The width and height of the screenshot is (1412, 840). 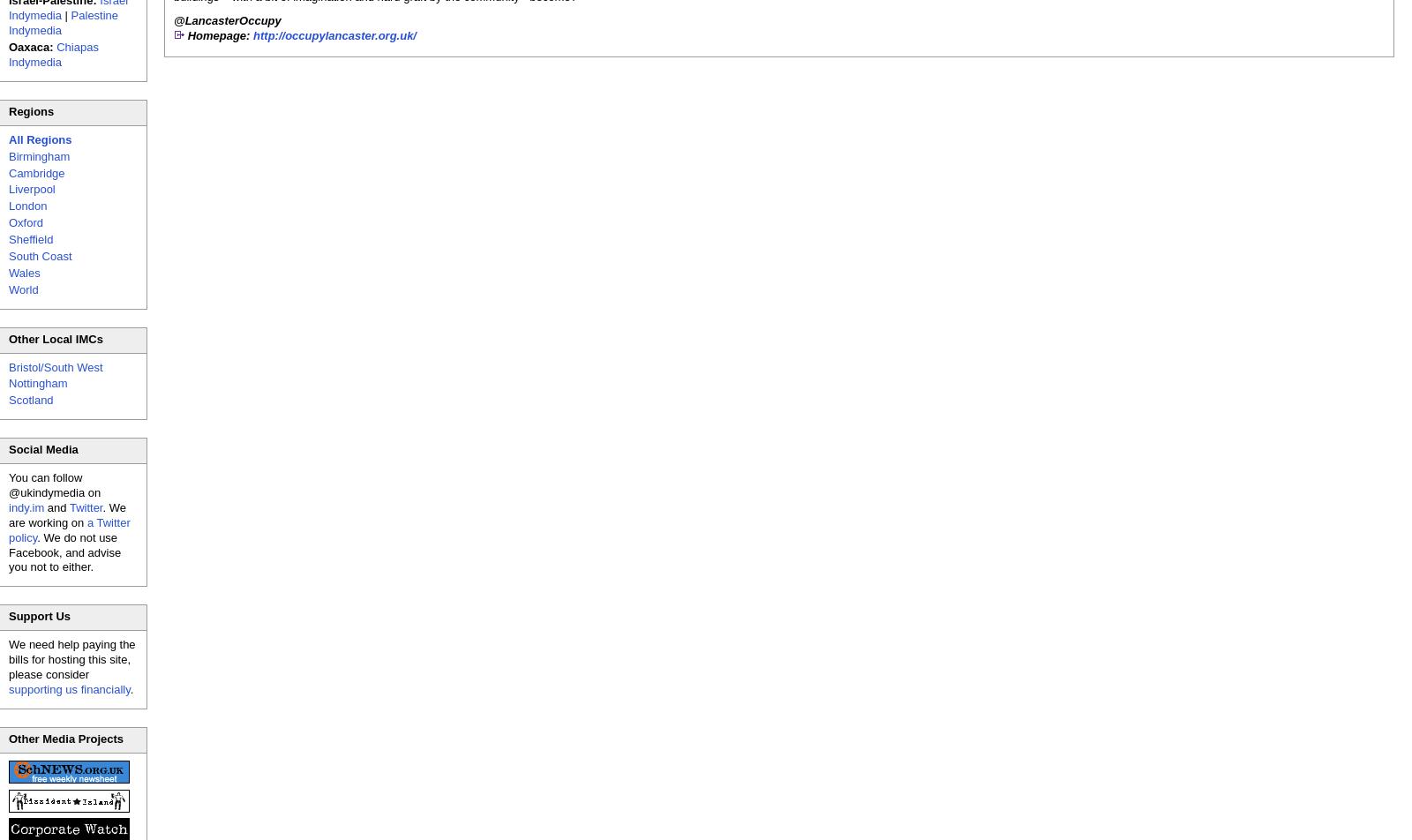 What do you see at coordinates (227, 19) in the screenshot?
I see `'@LancasterOccupy'` at bounding box center [227, 19].